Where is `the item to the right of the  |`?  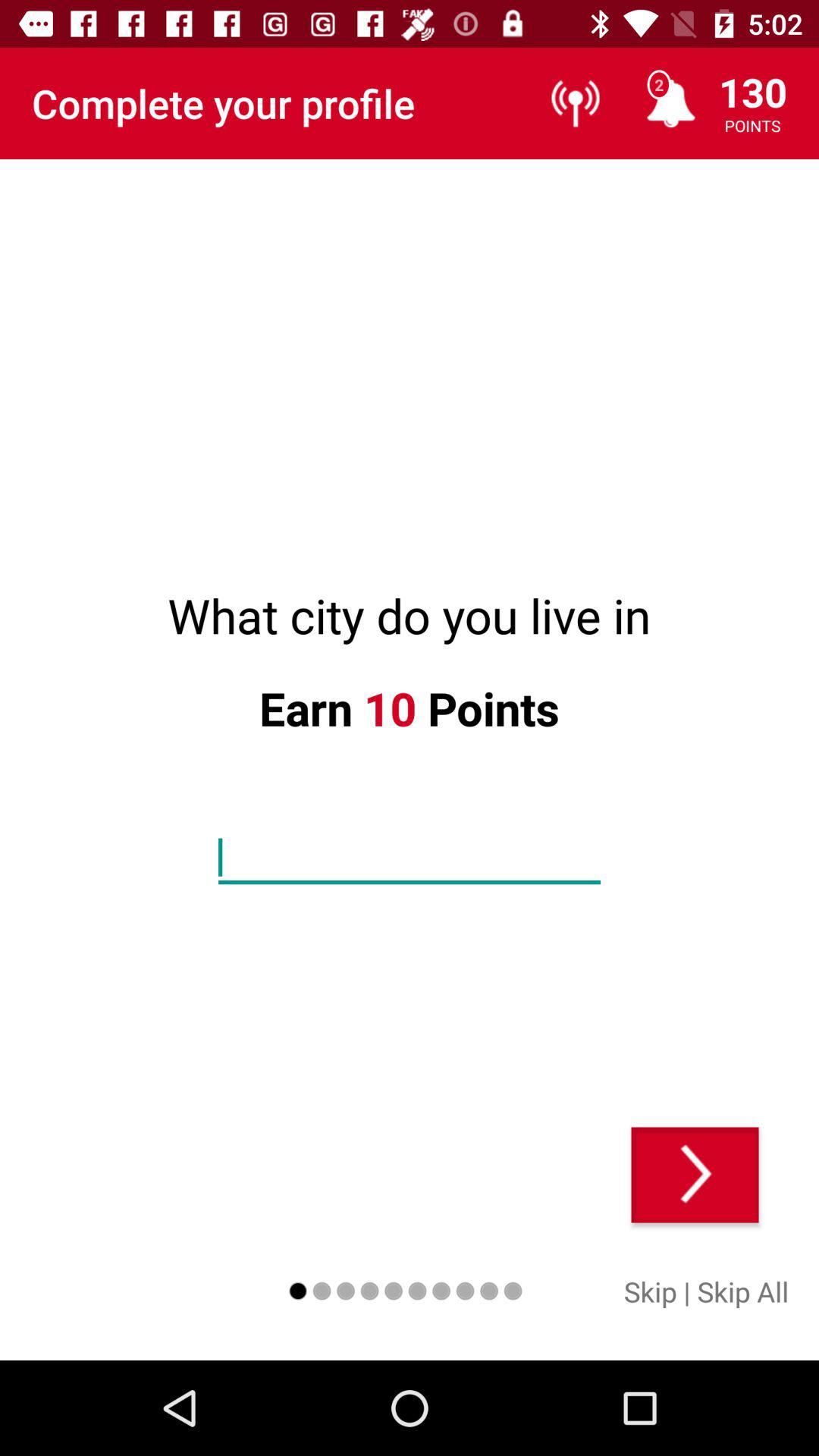 the item to the right of the  | is located at coordinates (742, 1291).